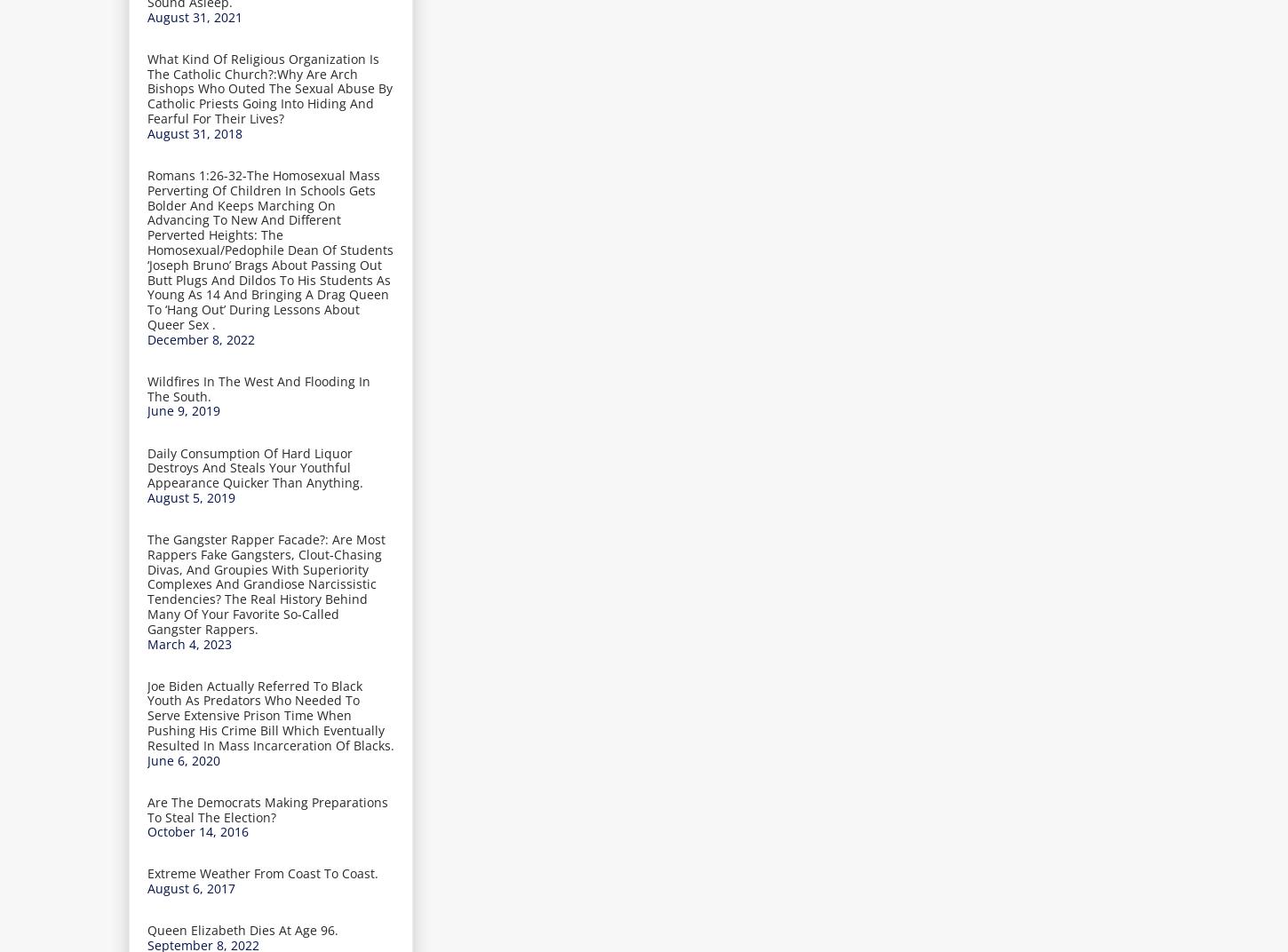 The height and width of the screenshot is (952, 1288). What do you see at coordinates (267, 808) in the screenshot?
I see `'Are The Democrats Making Preparations To Steal The Election?'` at bounding box center [267, 808].